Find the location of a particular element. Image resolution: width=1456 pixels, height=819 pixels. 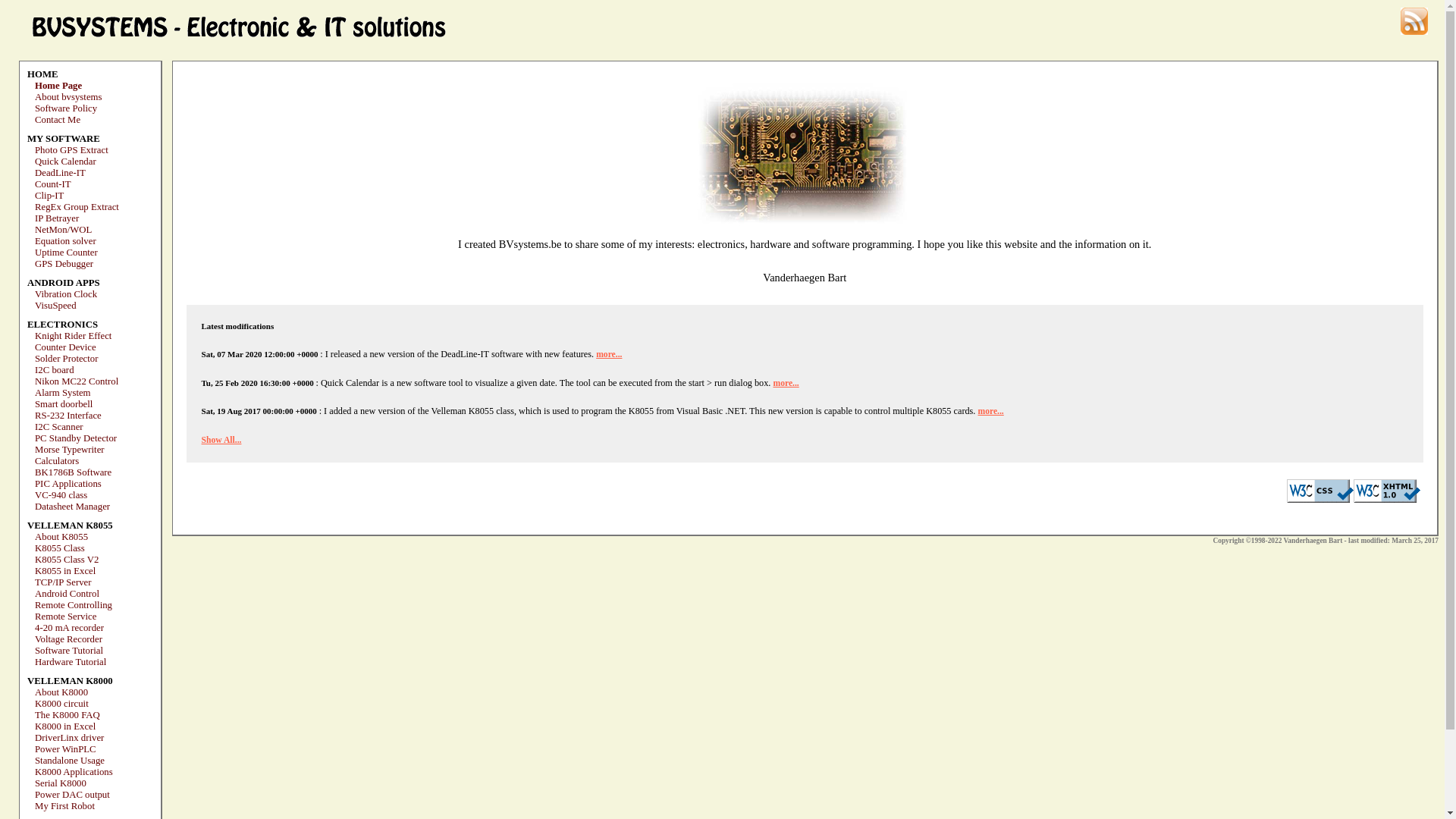

'DeadLine-IT' is located at coordinates (60, 171).